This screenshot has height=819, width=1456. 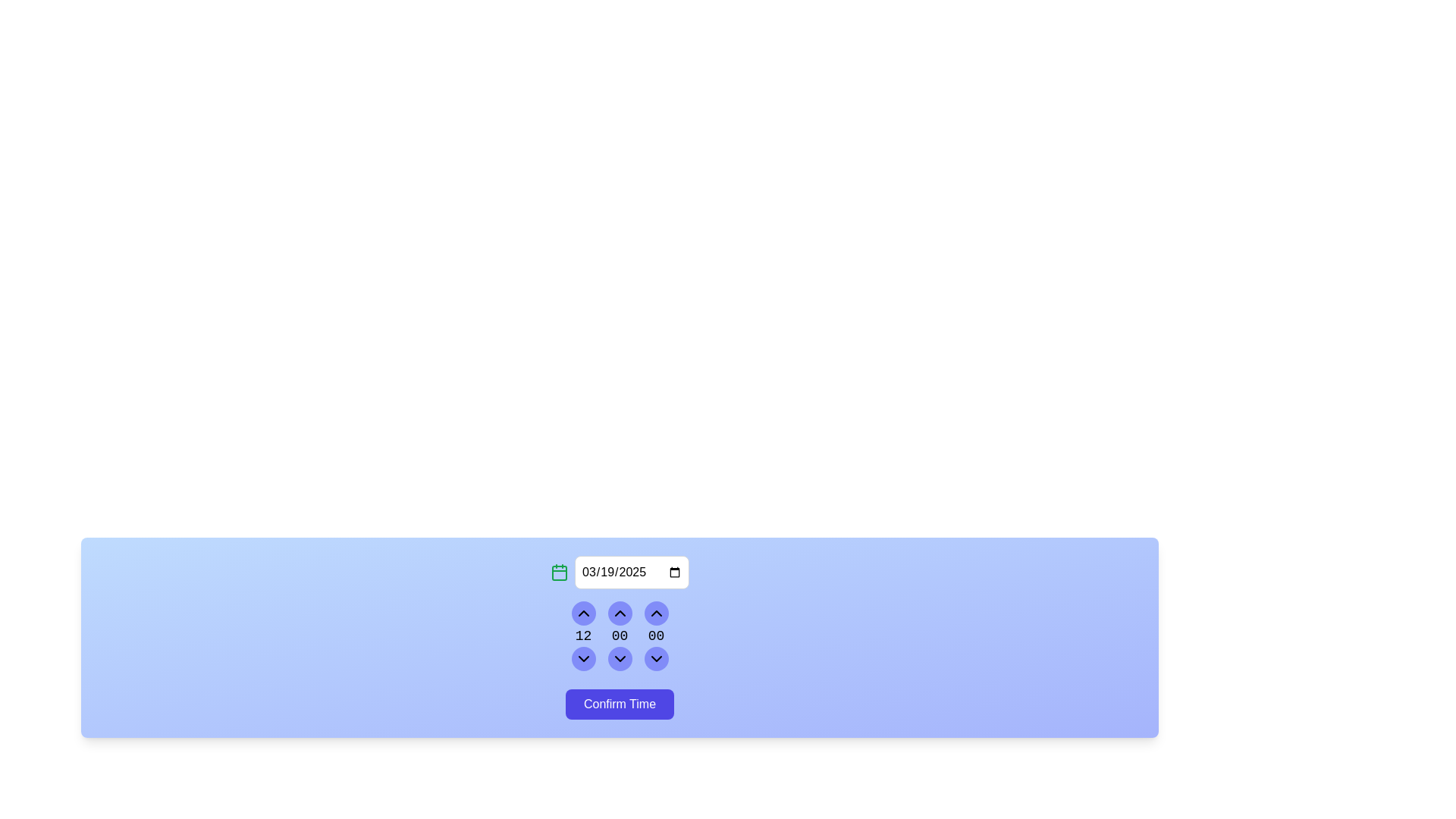 I want to click on the digital clock component displaying two zeros, which is styled in a mono font and located between two arrow buttons, so click(x=656, y=636).